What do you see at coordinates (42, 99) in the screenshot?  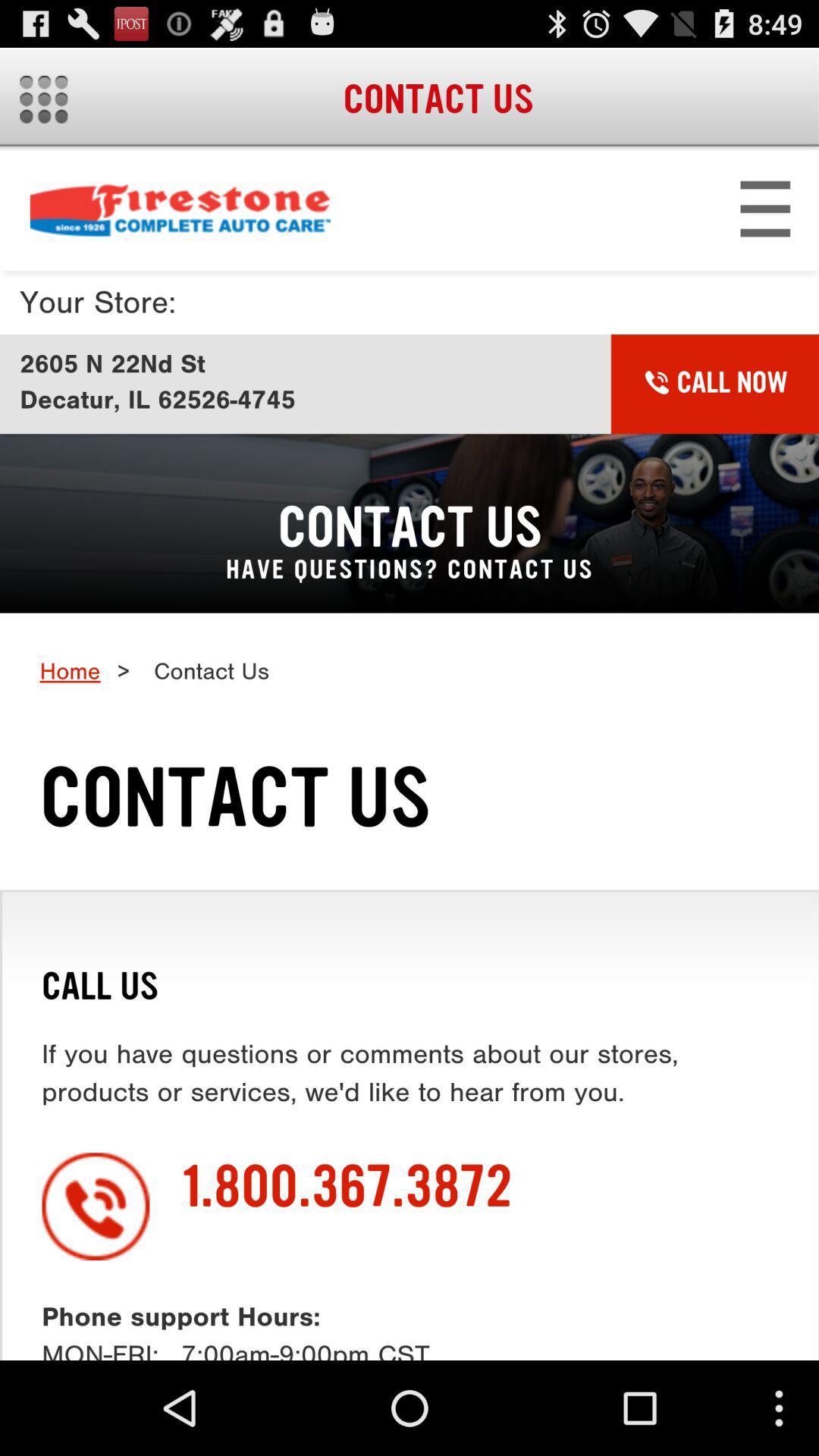 I see `menu` at bounding box center [42, 99].